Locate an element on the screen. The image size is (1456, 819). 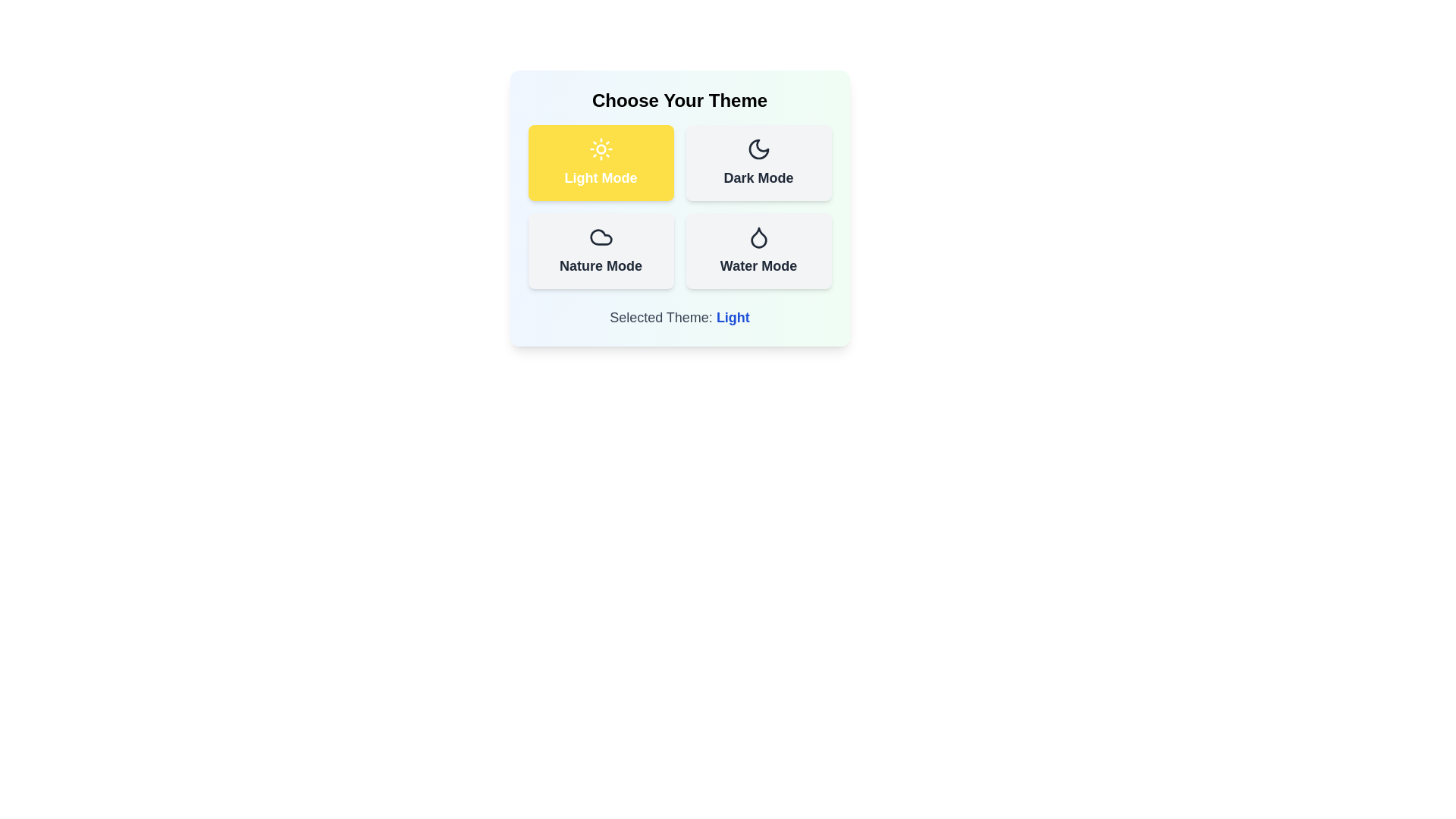
the theme button labeled Light Mode is located at coordinates (600, 163).